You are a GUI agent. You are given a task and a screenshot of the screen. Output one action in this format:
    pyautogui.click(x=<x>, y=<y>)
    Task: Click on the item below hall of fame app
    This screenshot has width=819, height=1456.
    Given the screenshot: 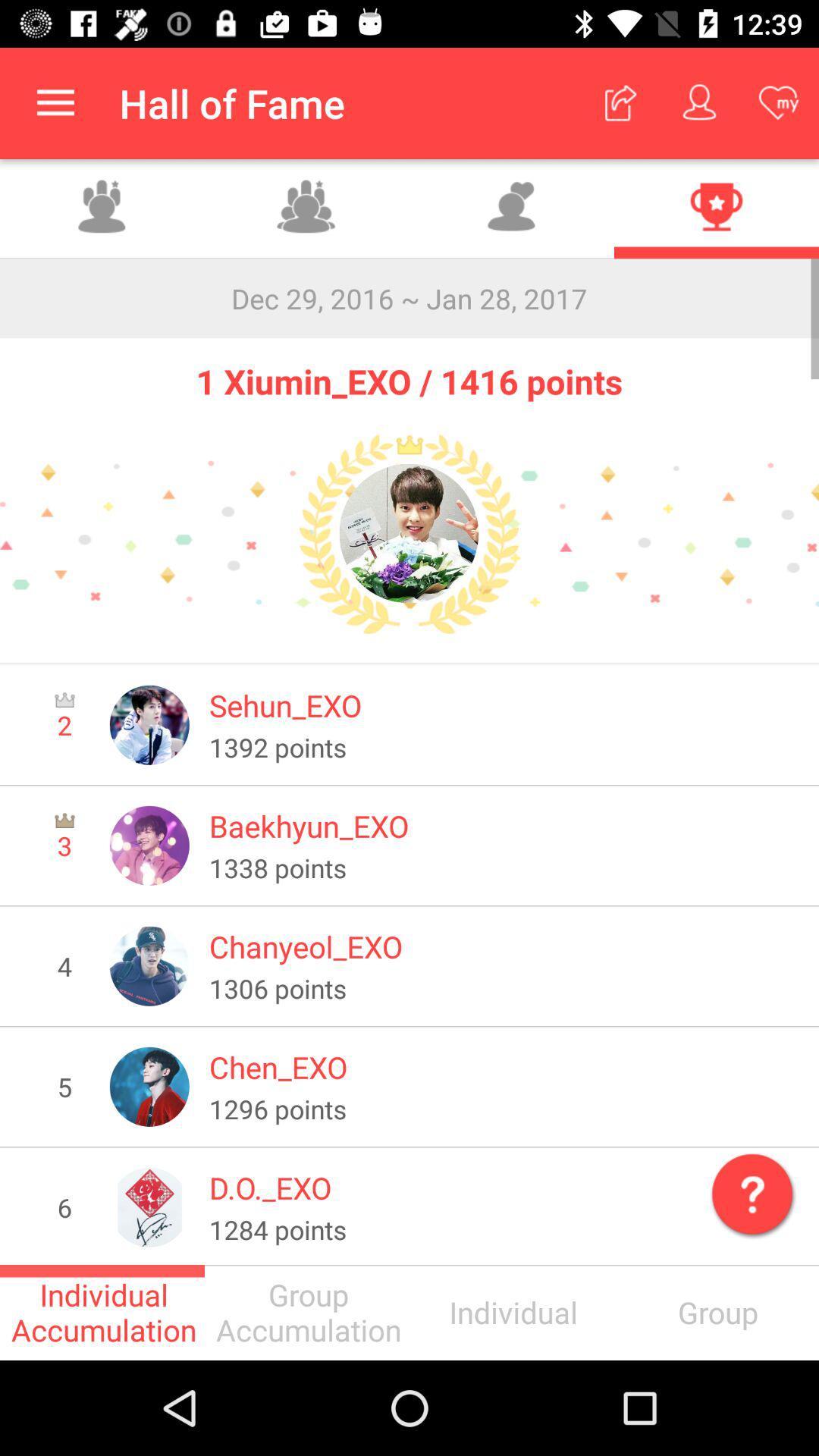 What is the action you would take?
    pyautogui.click(x=307, y=208)
    